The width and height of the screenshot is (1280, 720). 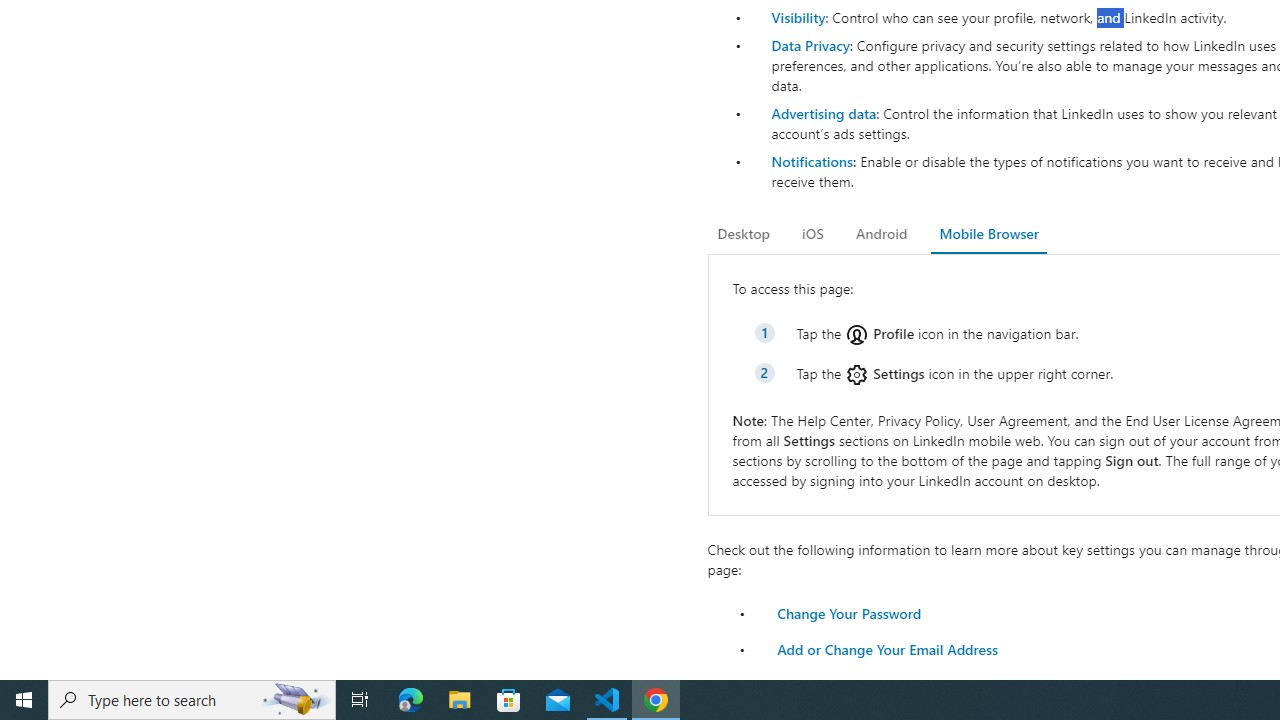 What do you see at coordinates (811, 160) in the screenshot?
I see `'Notifications'` at bounding box center [811, 160].